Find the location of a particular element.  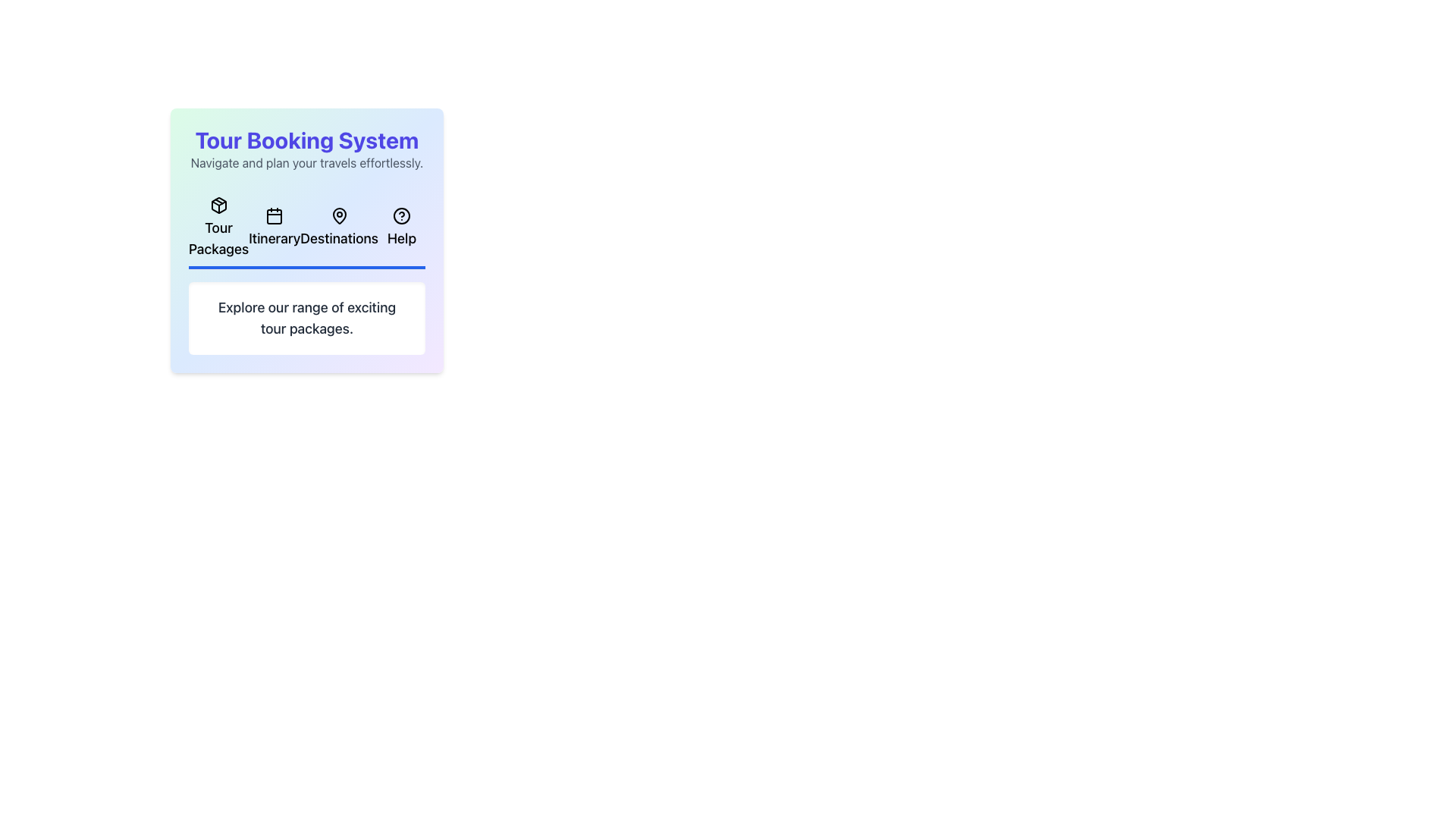

the 'Tour Packages' label located beneath the cube icon in the first position of the horizontal navigation section is located at coordinates (218, 238).